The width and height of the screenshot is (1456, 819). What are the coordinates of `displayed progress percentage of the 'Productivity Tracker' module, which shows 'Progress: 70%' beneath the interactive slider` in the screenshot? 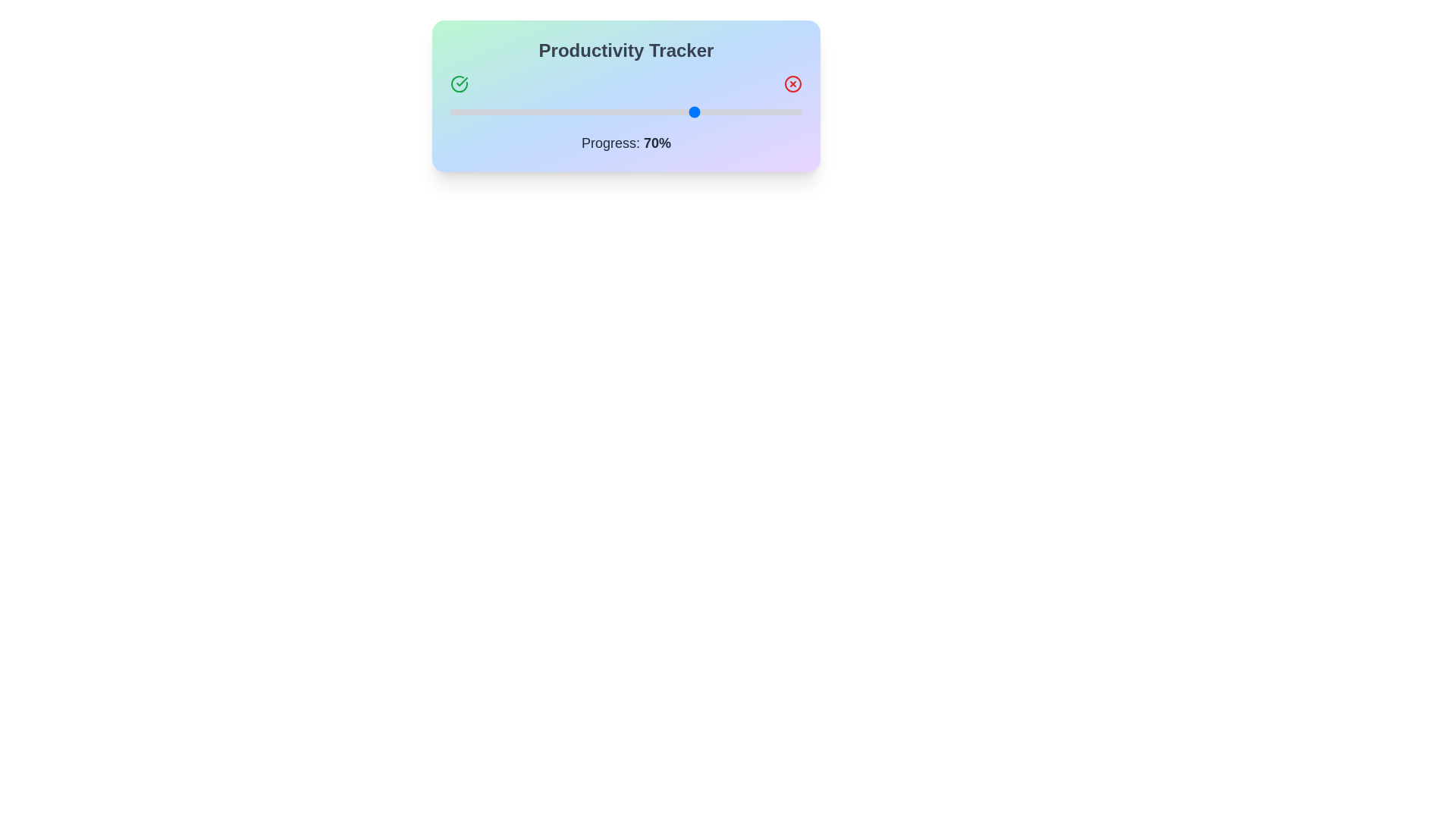 It's located at (626, 96).